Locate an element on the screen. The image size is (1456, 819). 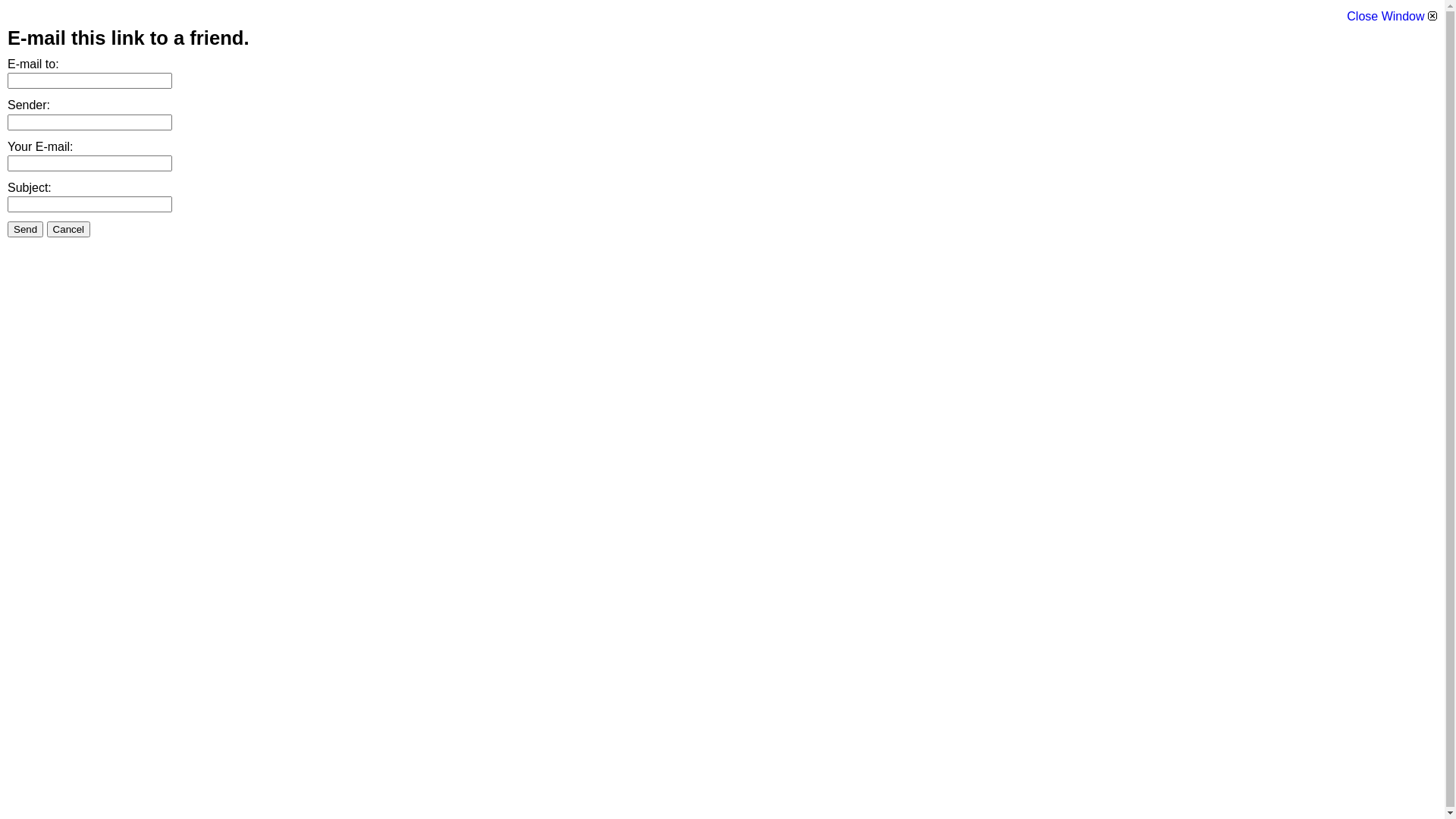
'Send' is located at coordinates (25, 229).